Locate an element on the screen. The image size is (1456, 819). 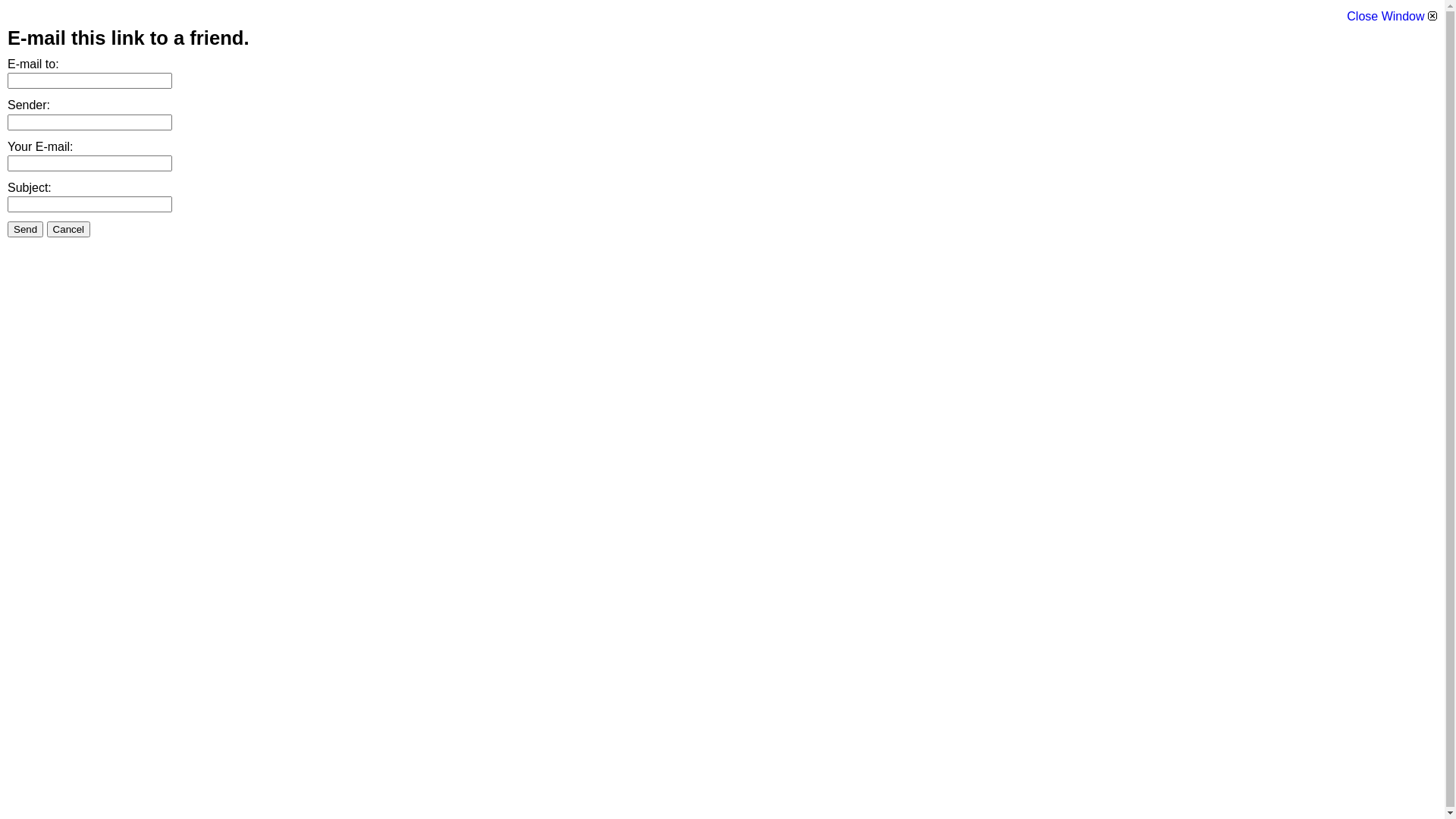
'Send' is located at coordinates (25, 229).